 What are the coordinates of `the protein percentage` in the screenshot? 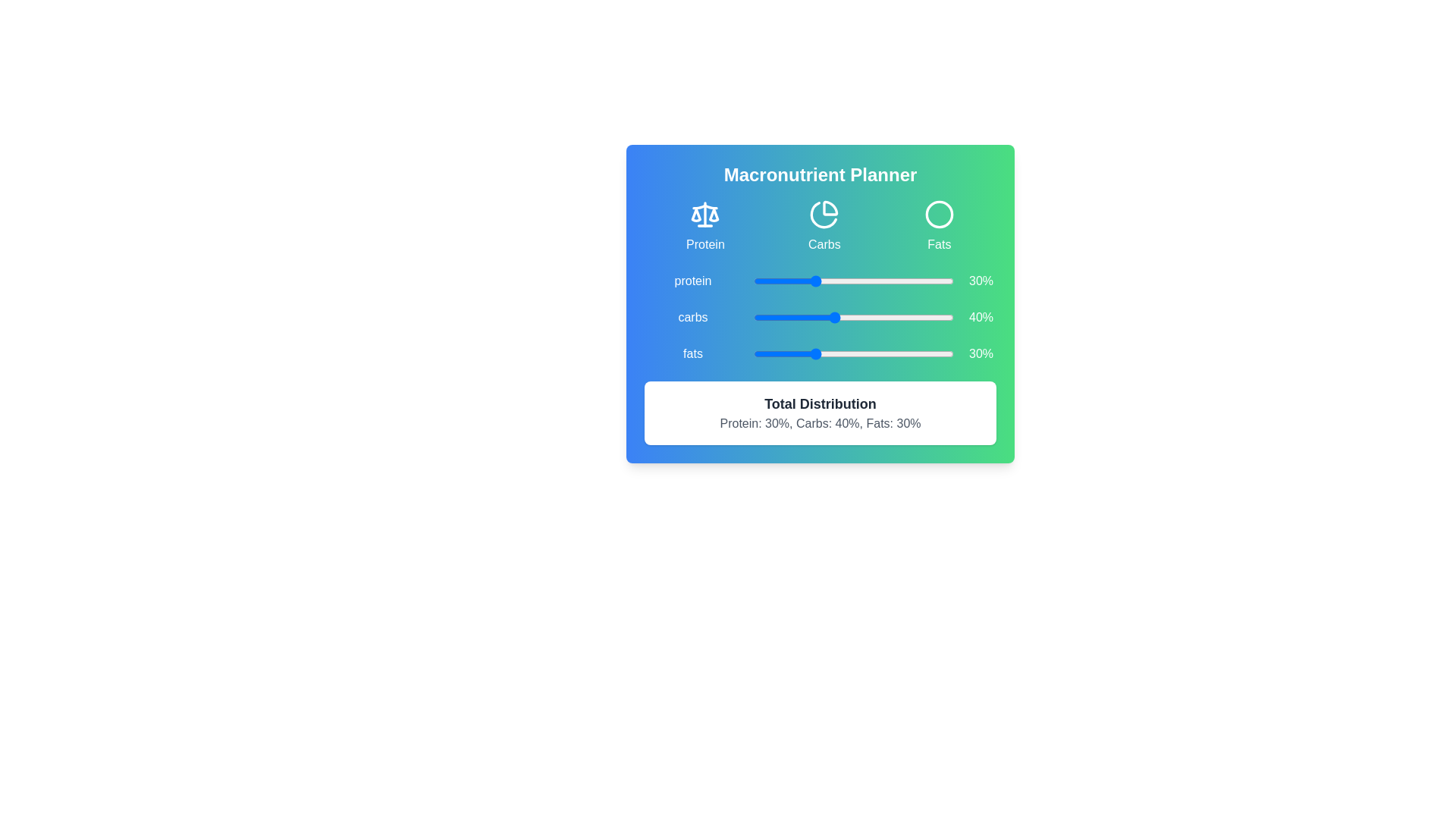 It's located at (839, 281).